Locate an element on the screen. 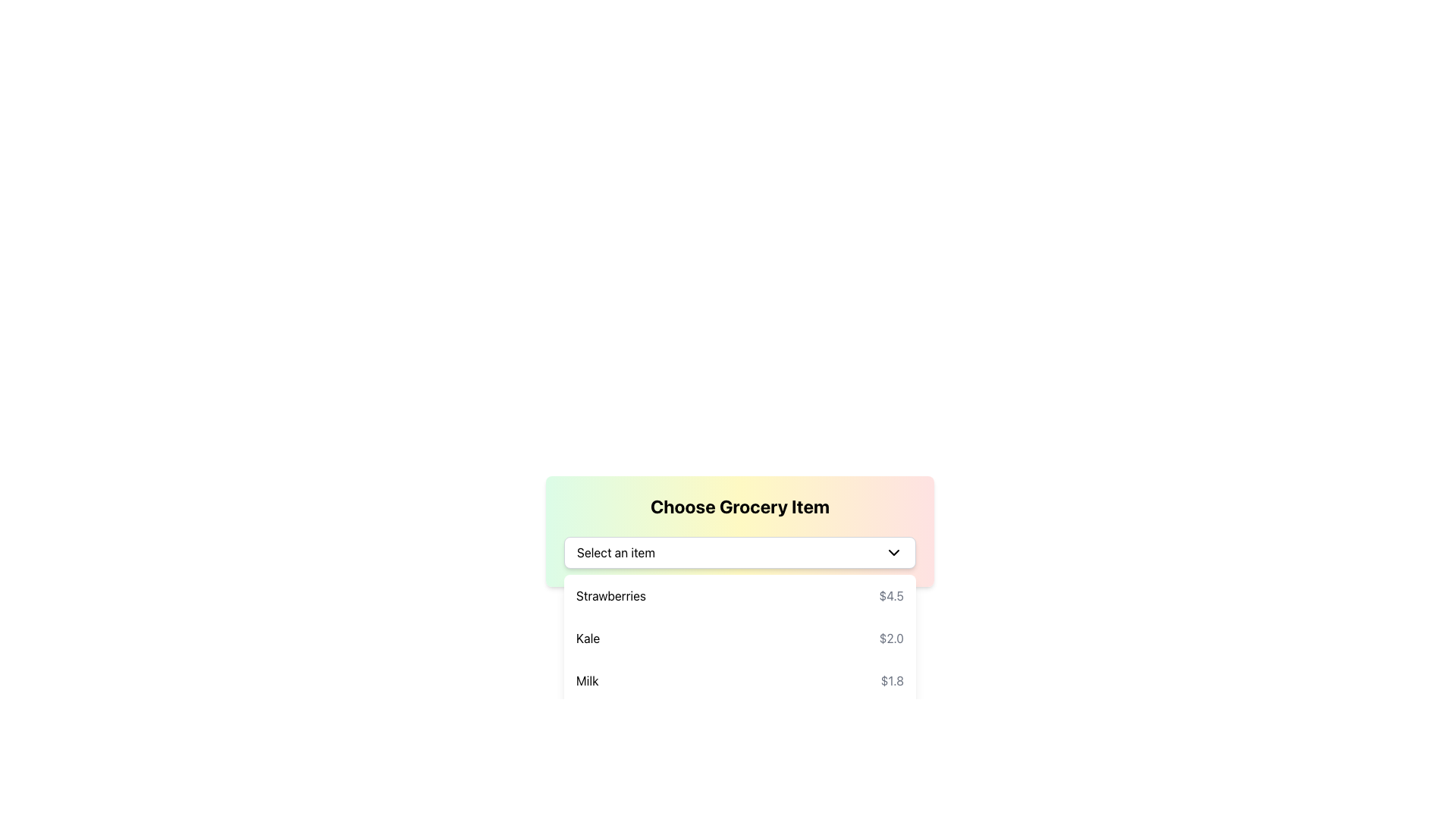  the selectable option for 'Kale' priced at $2.0 in the grocery item selection dropdown is located at coordinates (739, 638).